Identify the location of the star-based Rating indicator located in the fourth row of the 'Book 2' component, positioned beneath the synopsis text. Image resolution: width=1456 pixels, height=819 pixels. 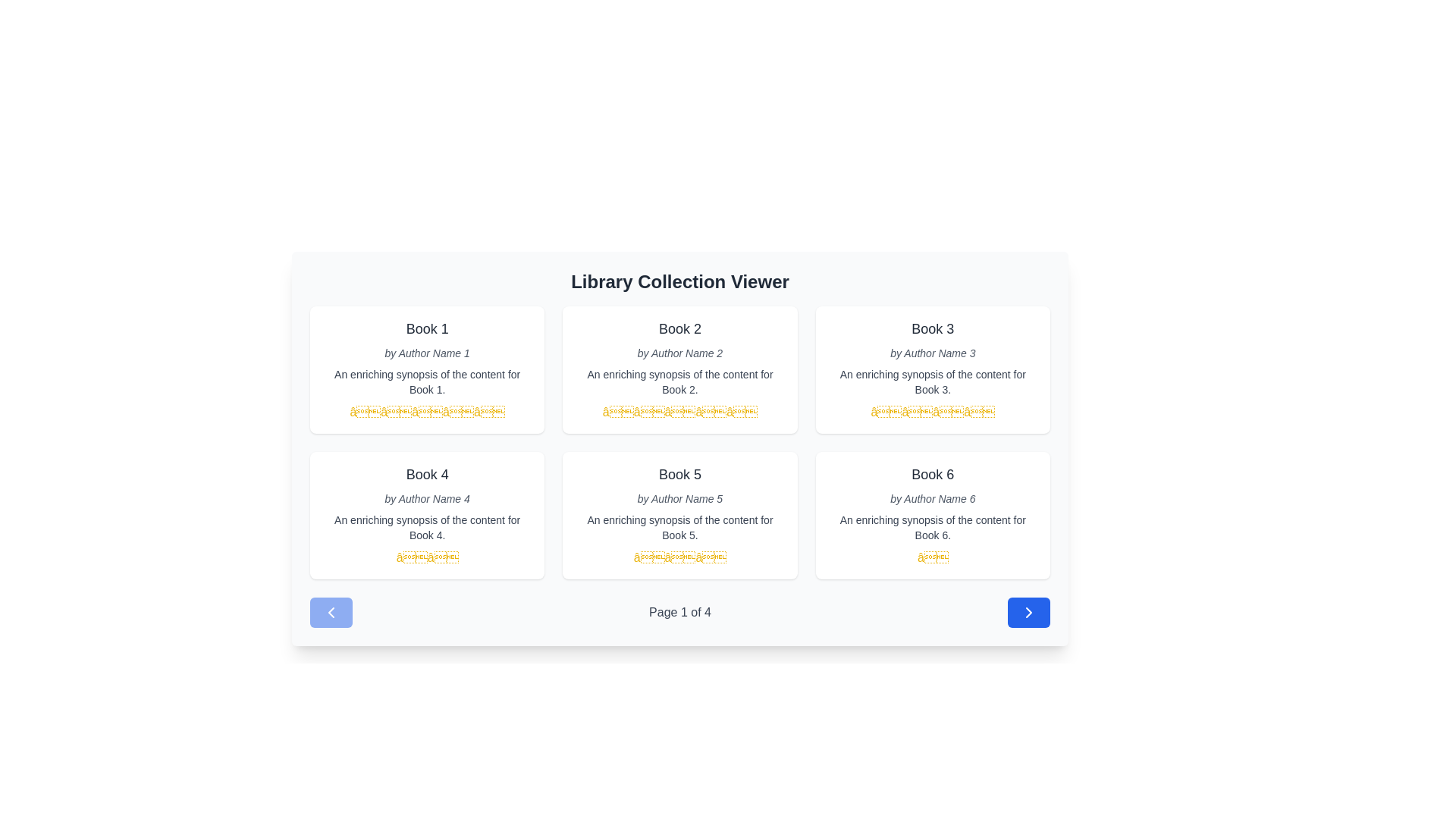
(679, 412).